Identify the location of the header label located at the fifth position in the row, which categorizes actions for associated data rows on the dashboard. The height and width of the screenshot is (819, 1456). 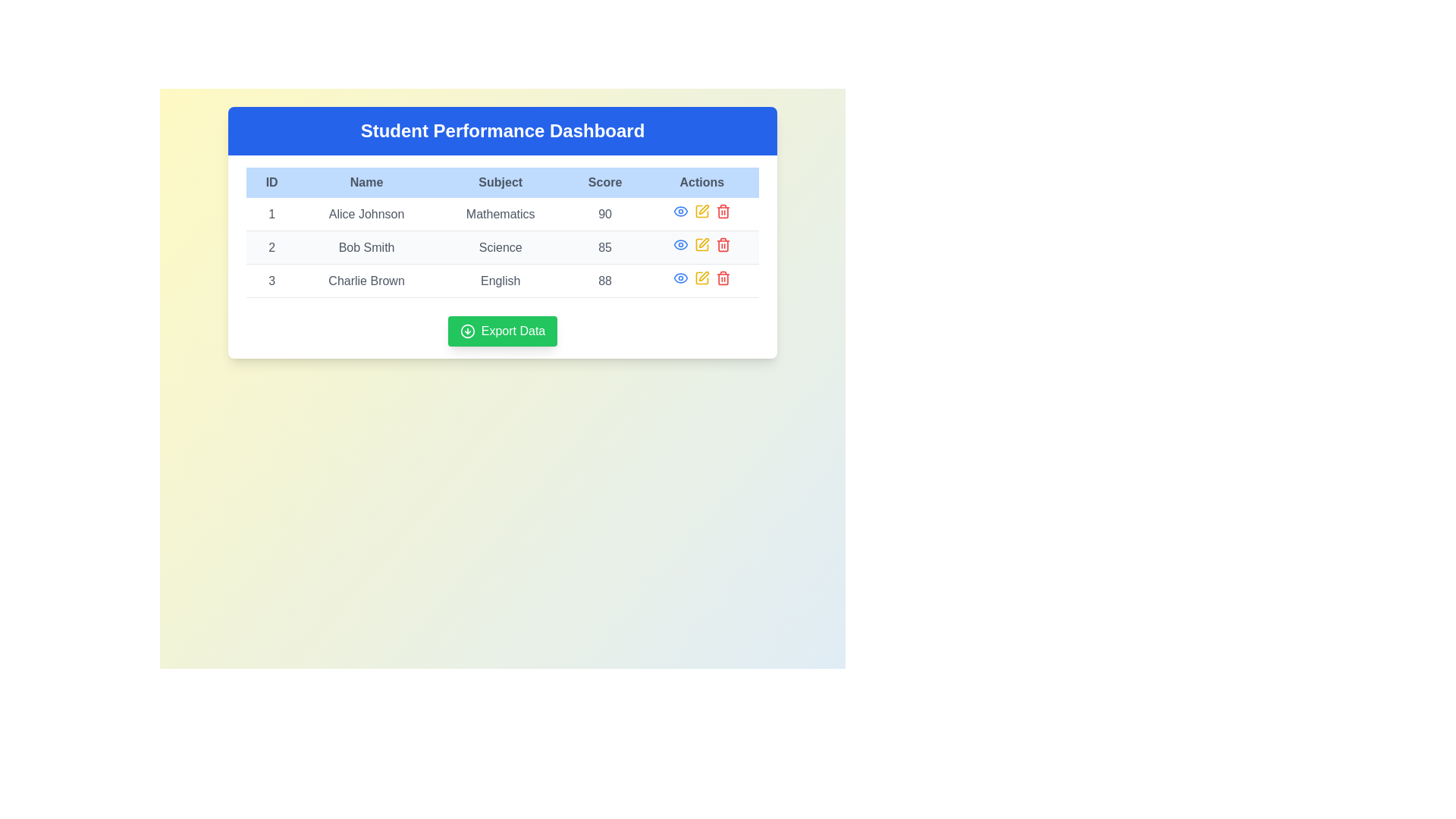
(701, 181).